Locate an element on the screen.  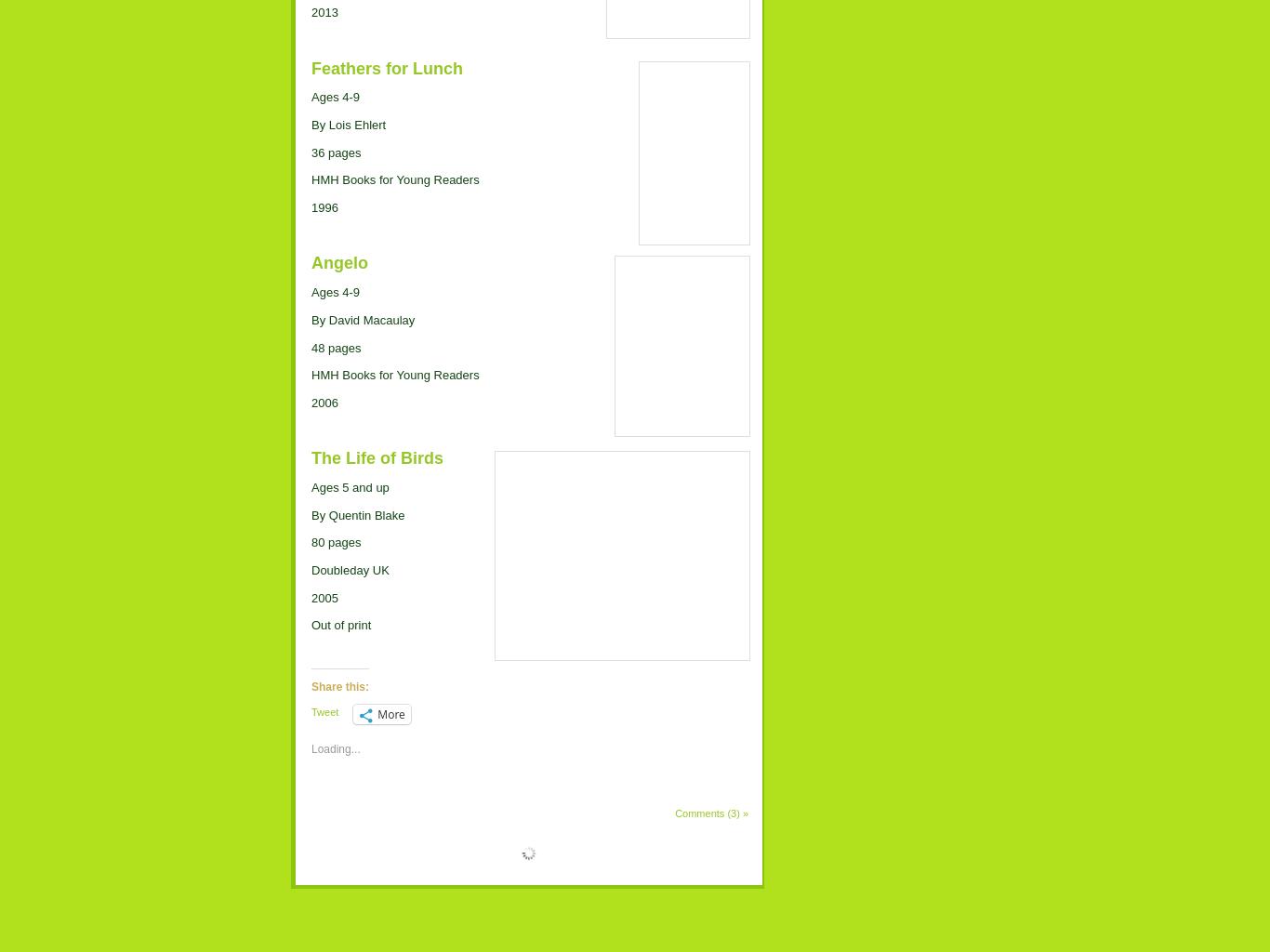
'2013' is located at coordinates (324, 12).